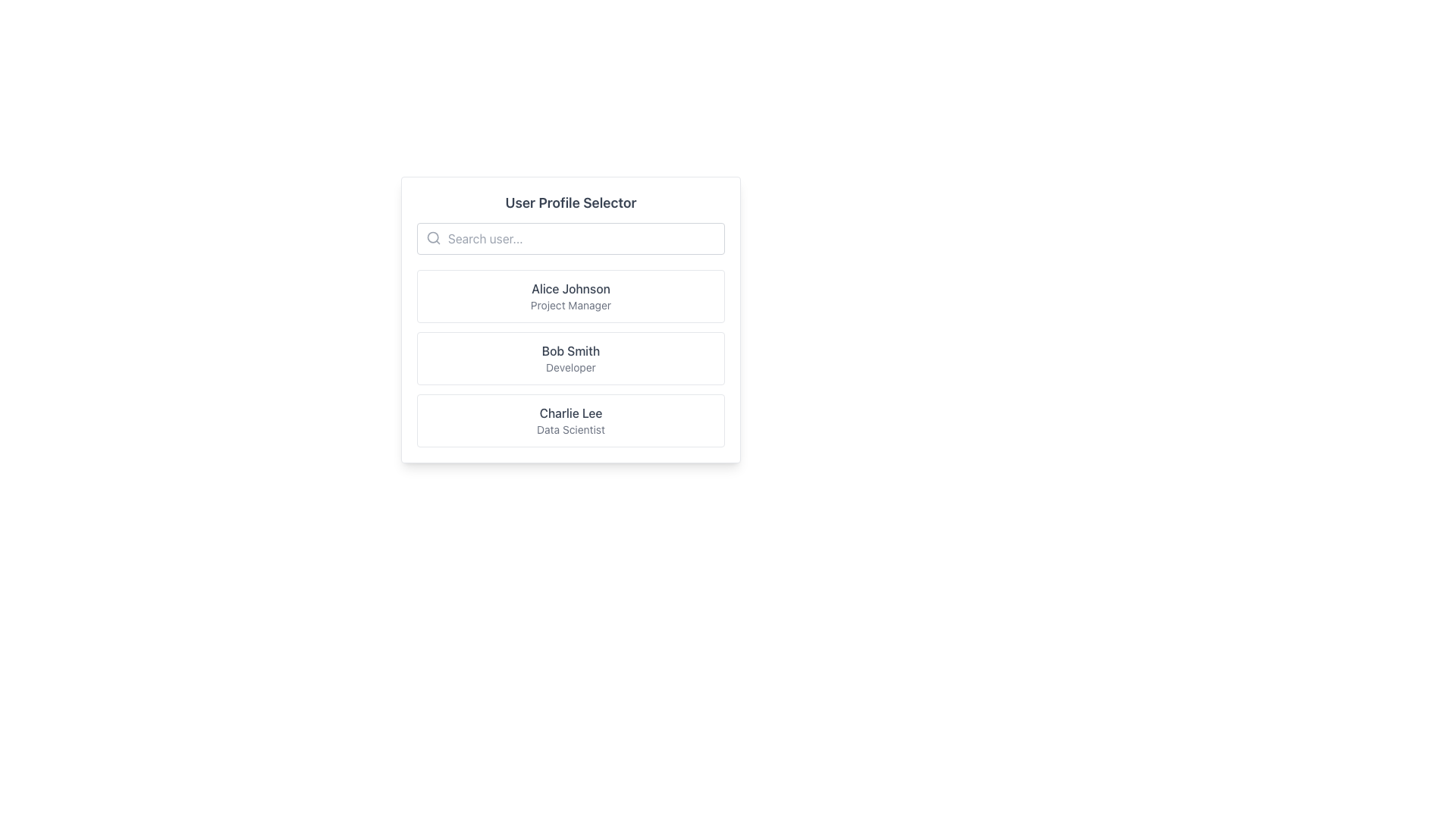  I want to click on the text label indicating the professional role of the user 'Charlie Lee', which is located directly below the user's name in the card interface, so click(570, 430).